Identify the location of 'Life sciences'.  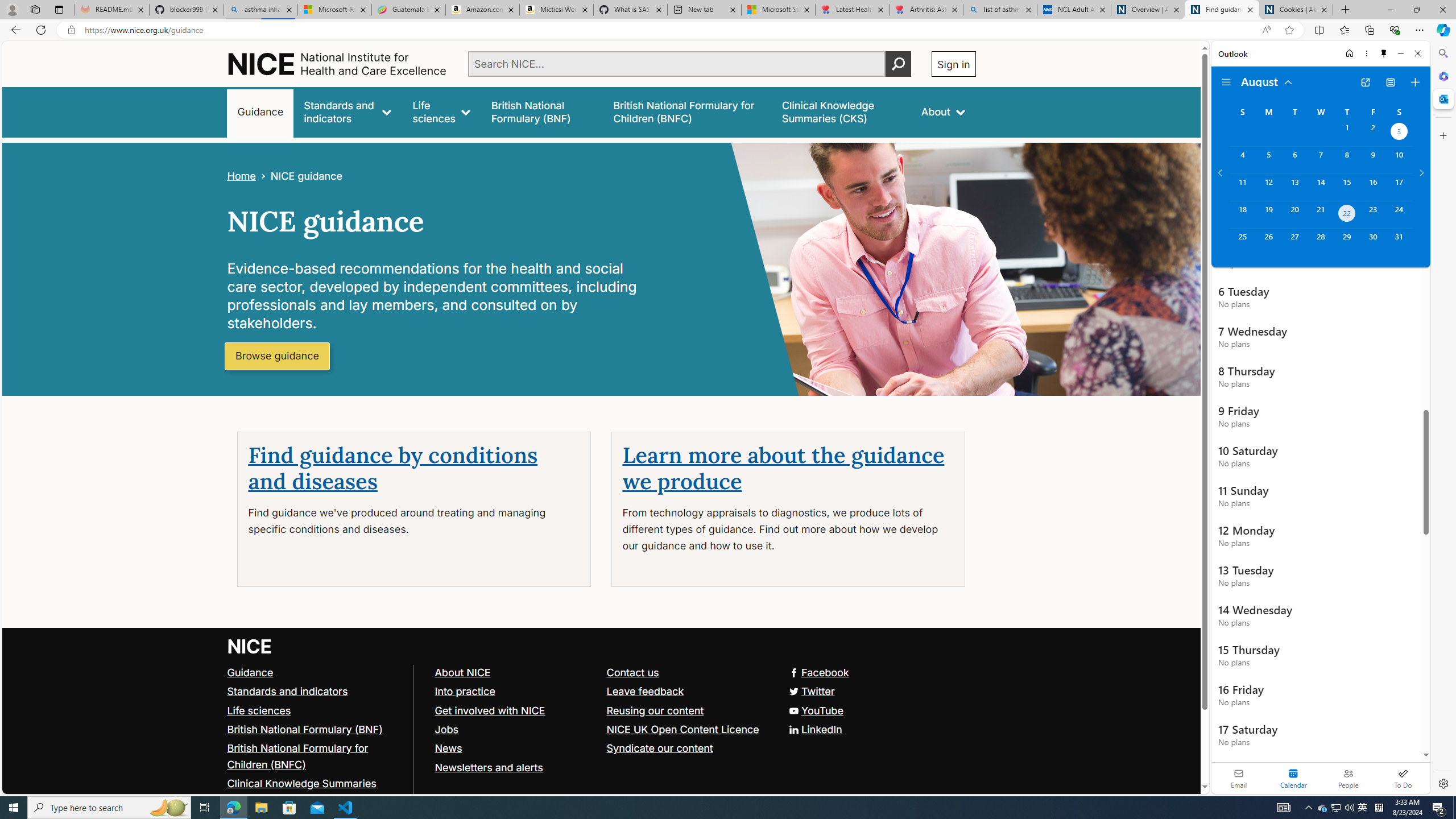
(440, 111).